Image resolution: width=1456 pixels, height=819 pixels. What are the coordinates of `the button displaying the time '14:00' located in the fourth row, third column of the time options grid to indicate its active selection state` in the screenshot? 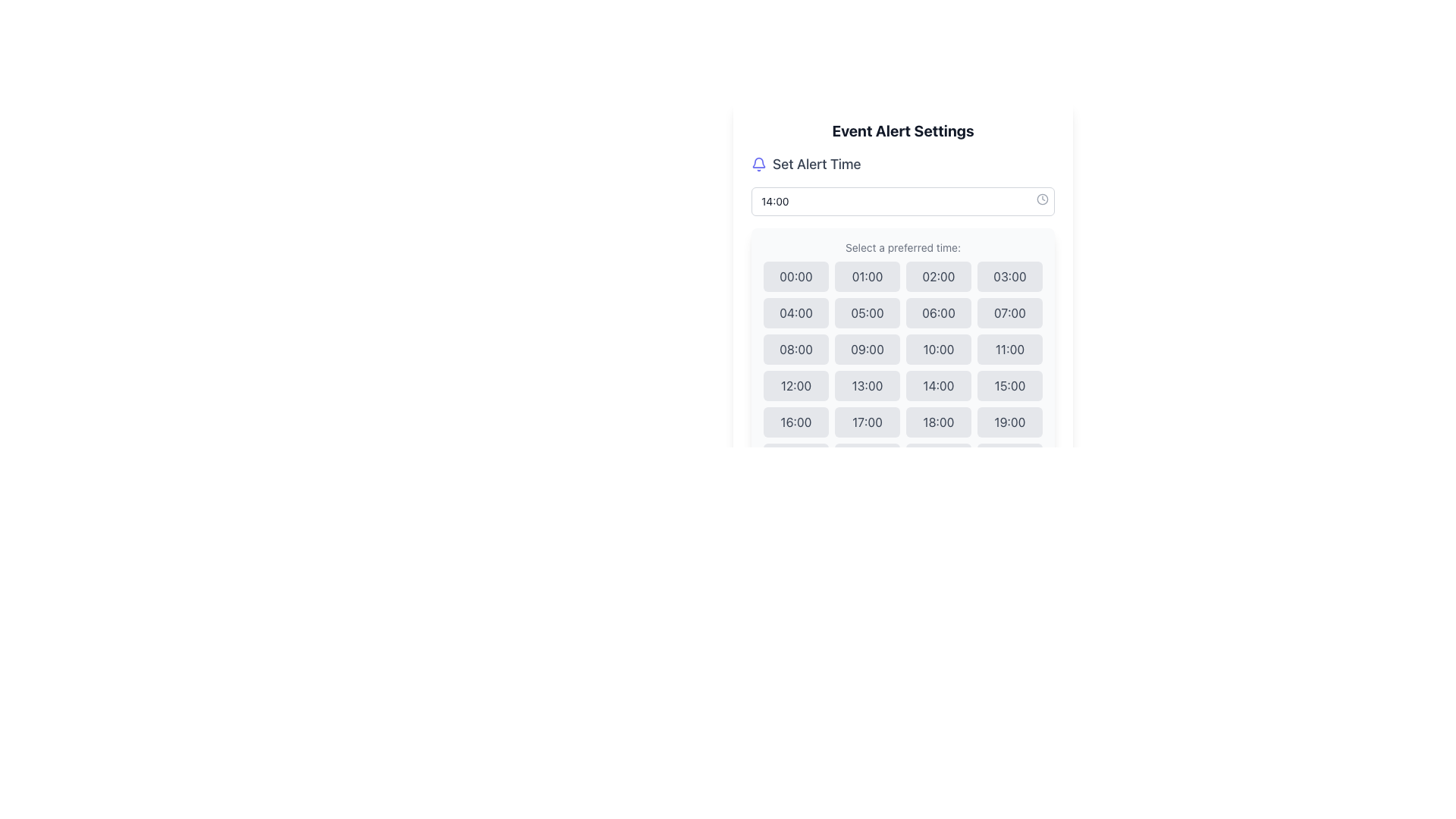 It's located at (938, 385).